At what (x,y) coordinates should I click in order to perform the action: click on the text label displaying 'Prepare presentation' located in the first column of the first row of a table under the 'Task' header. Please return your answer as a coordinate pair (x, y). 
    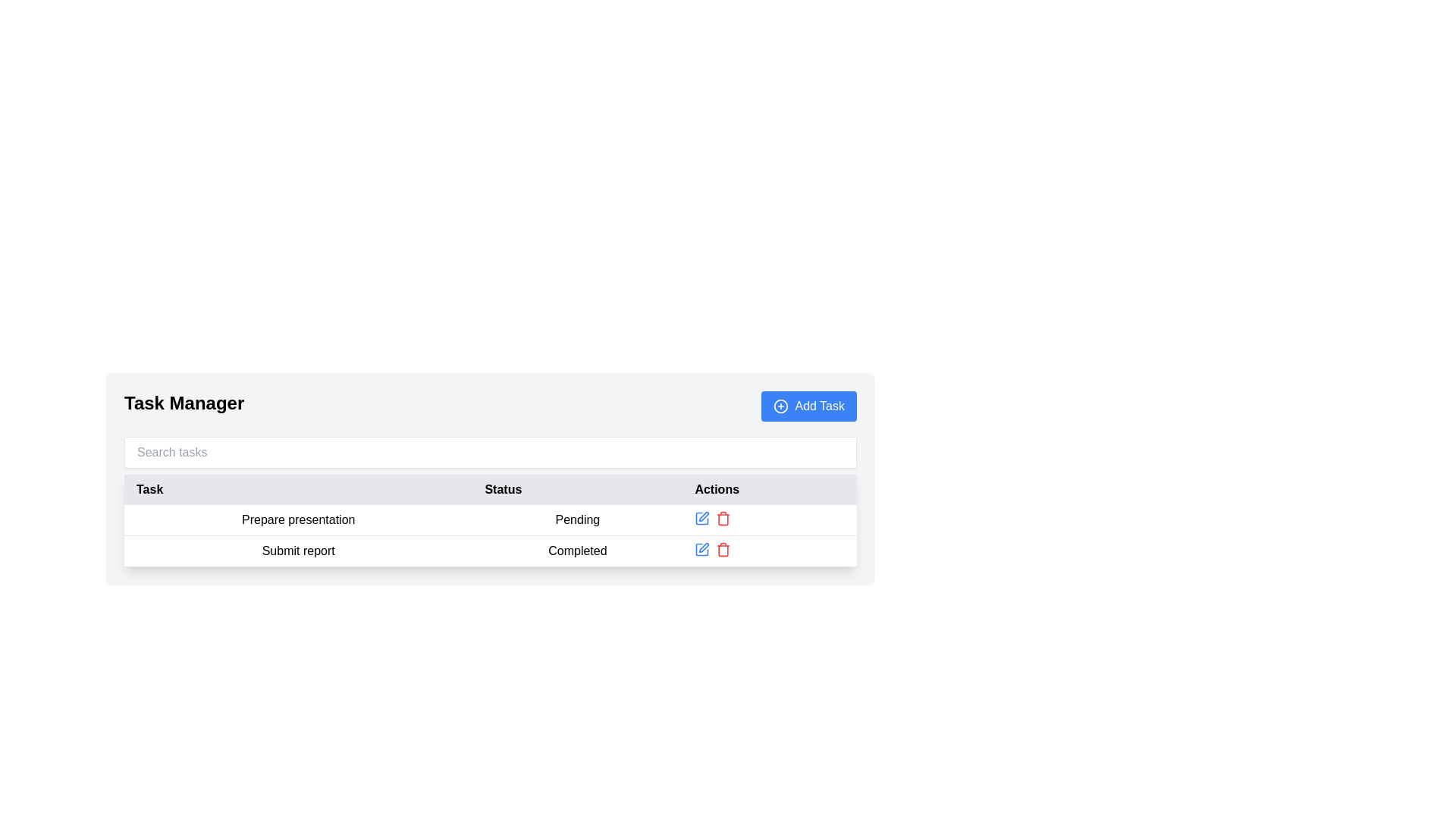
    Looking at the image, I should click on (298, 519).